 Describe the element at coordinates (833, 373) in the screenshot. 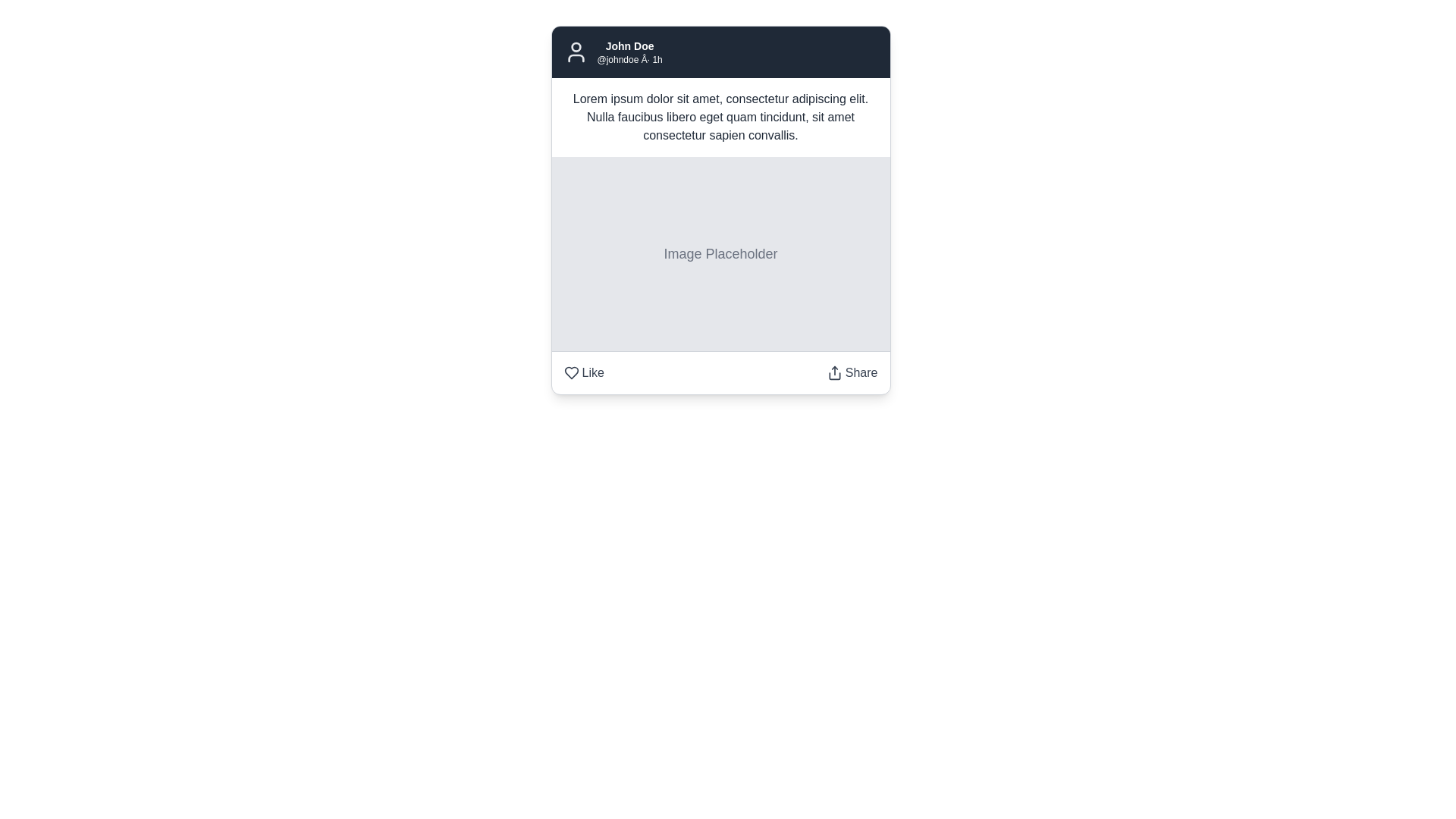

I see `the 'Share' icon located in the footer section of the card-like component to initiate a share action` at that location.